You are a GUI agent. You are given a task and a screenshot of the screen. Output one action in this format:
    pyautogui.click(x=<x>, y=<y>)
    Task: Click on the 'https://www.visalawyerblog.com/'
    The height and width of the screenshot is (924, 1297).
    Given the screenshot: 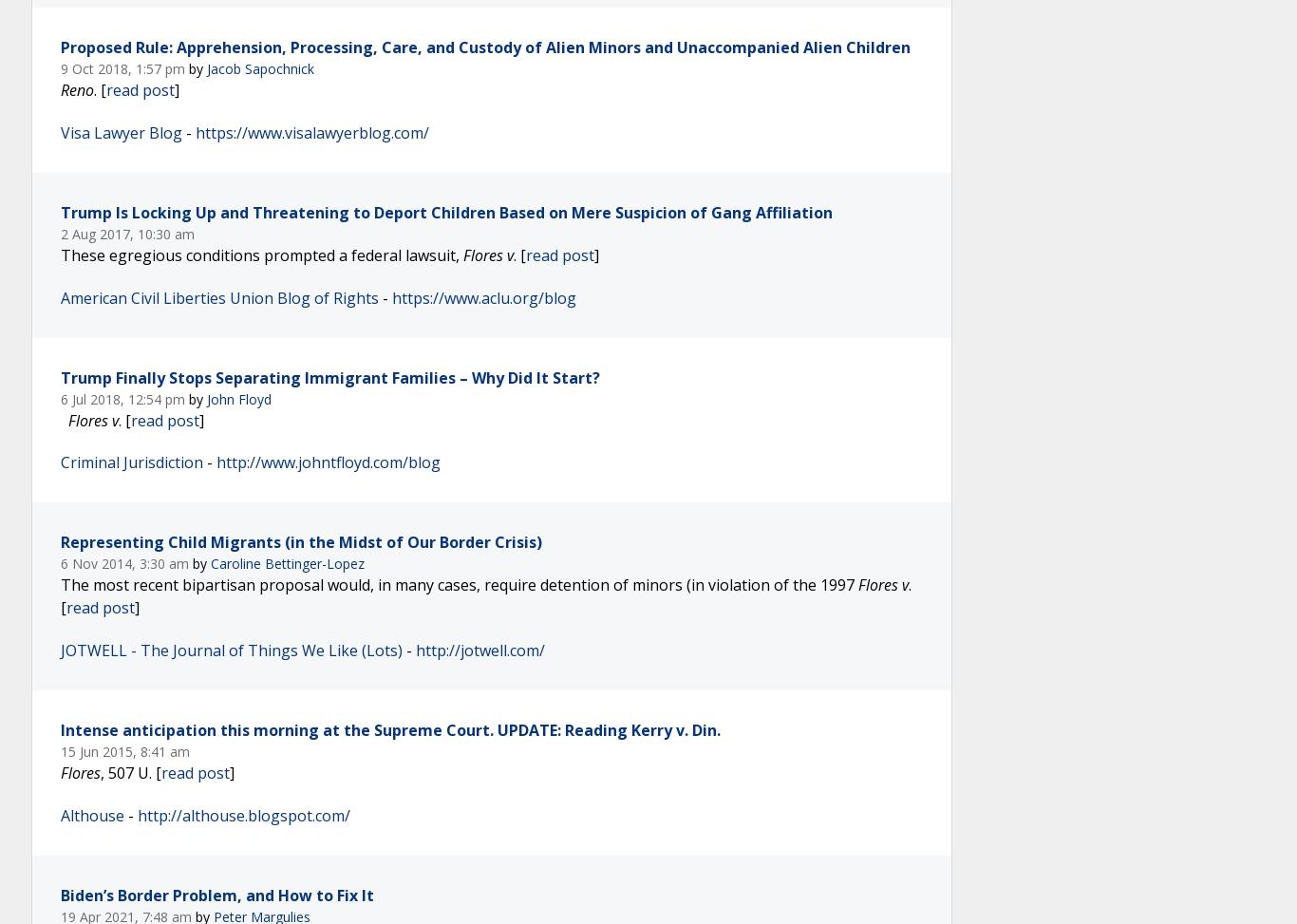 What is the action you would take?
    pyautogui.click(x=311, y=132)
    